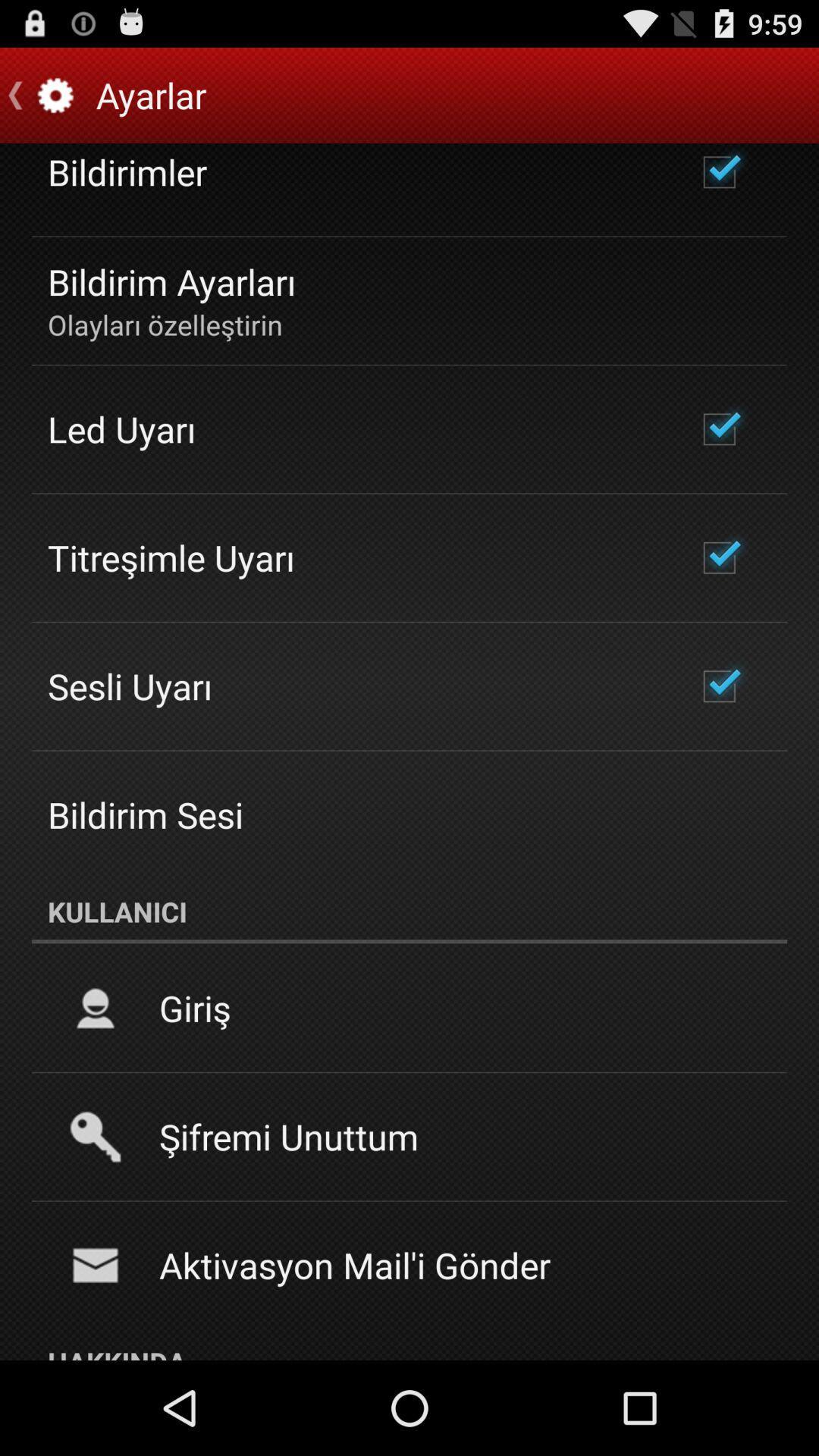 This screenshot has height=1456, width=819. What do you see at coordinates (409, 911) in the screenshot?
I see `the kullanici at the center` at bounding box center [409, 911].